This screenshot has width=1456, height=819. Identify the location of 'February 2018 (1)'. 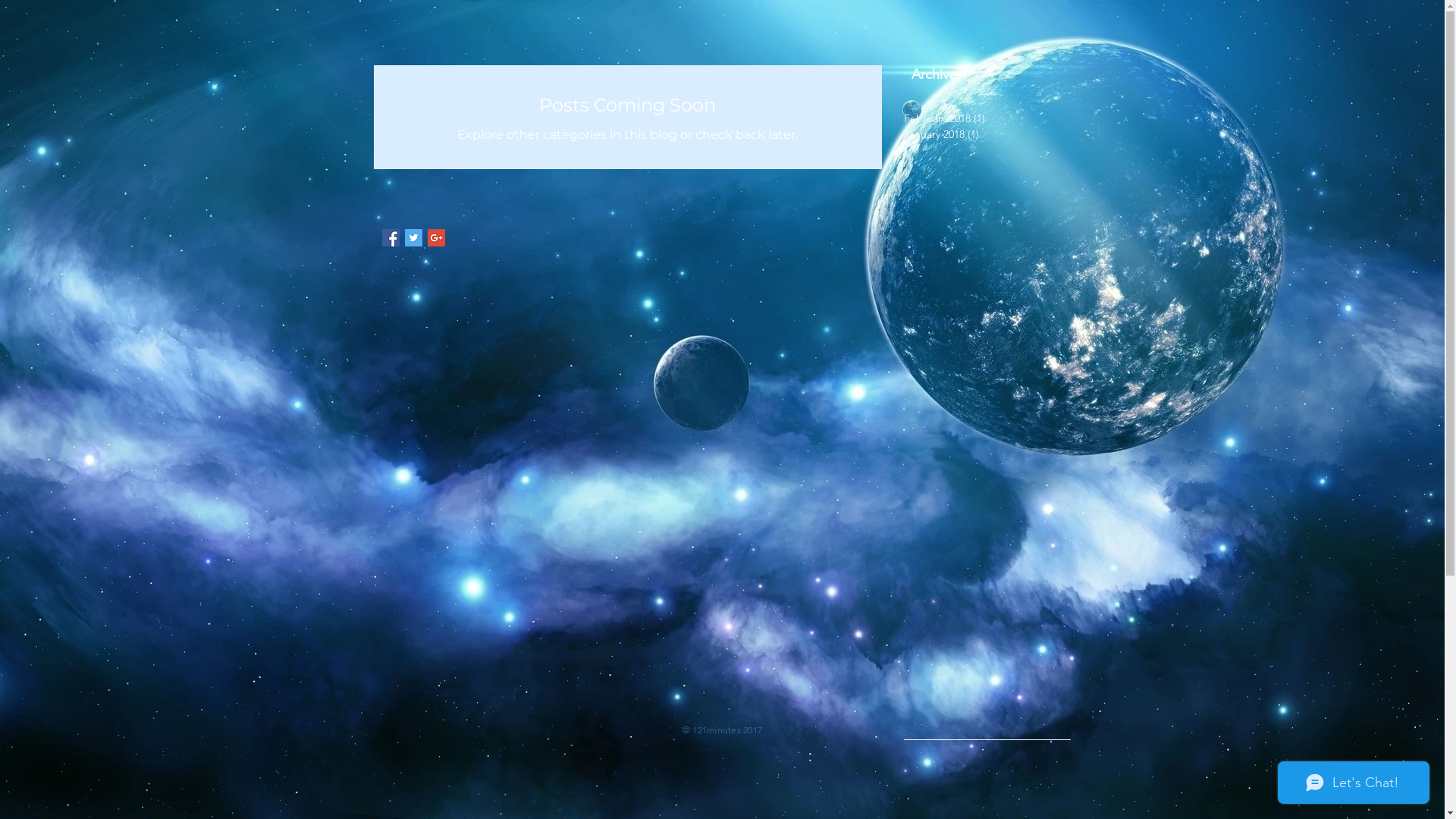
(983, 118).